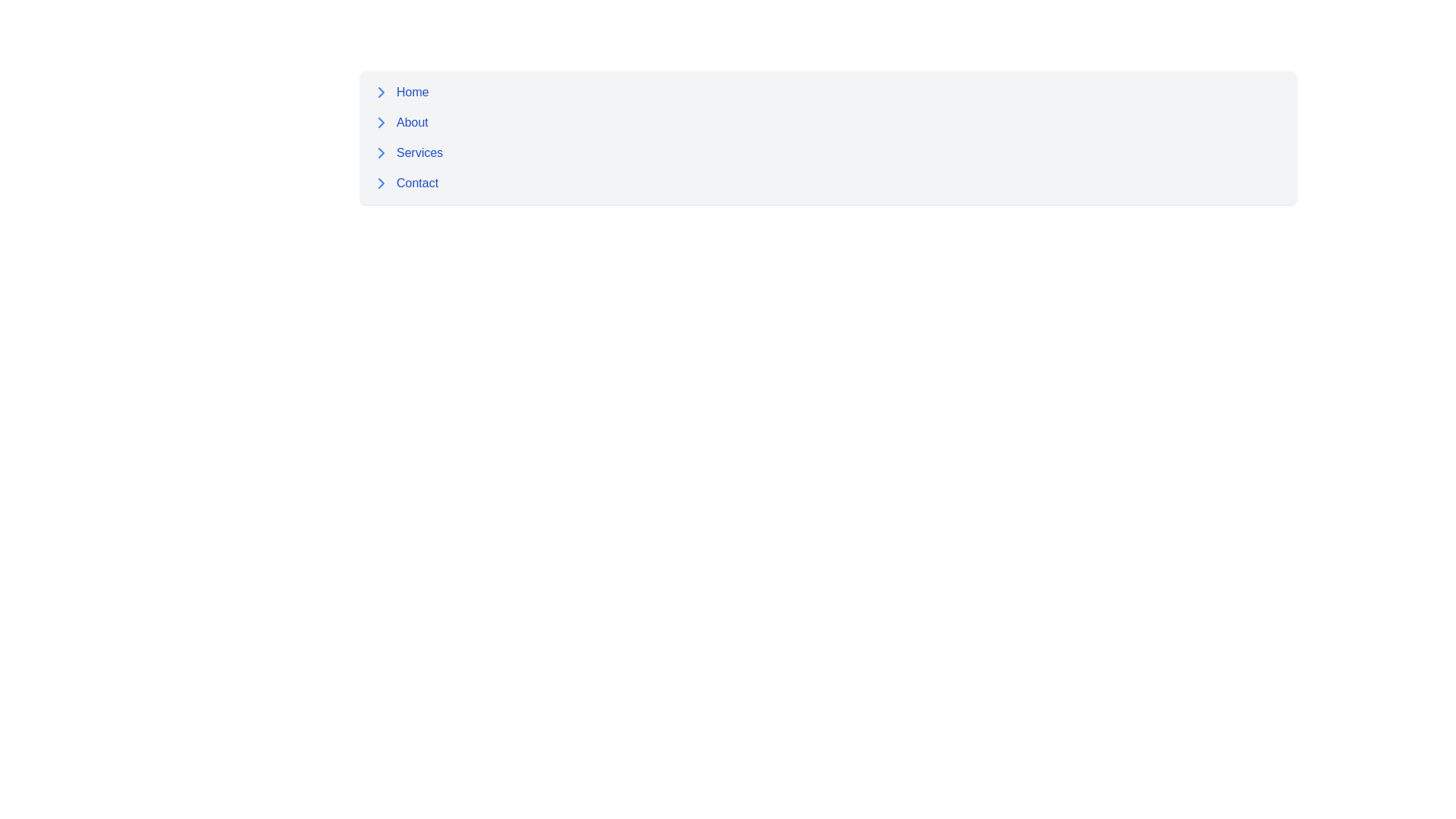  What do you see at coordinates (419, 152) in the screenshot?
I see `the 'Services' text label in the navigation menu to trigger the underline appearance` at bounding box center [419, 152].